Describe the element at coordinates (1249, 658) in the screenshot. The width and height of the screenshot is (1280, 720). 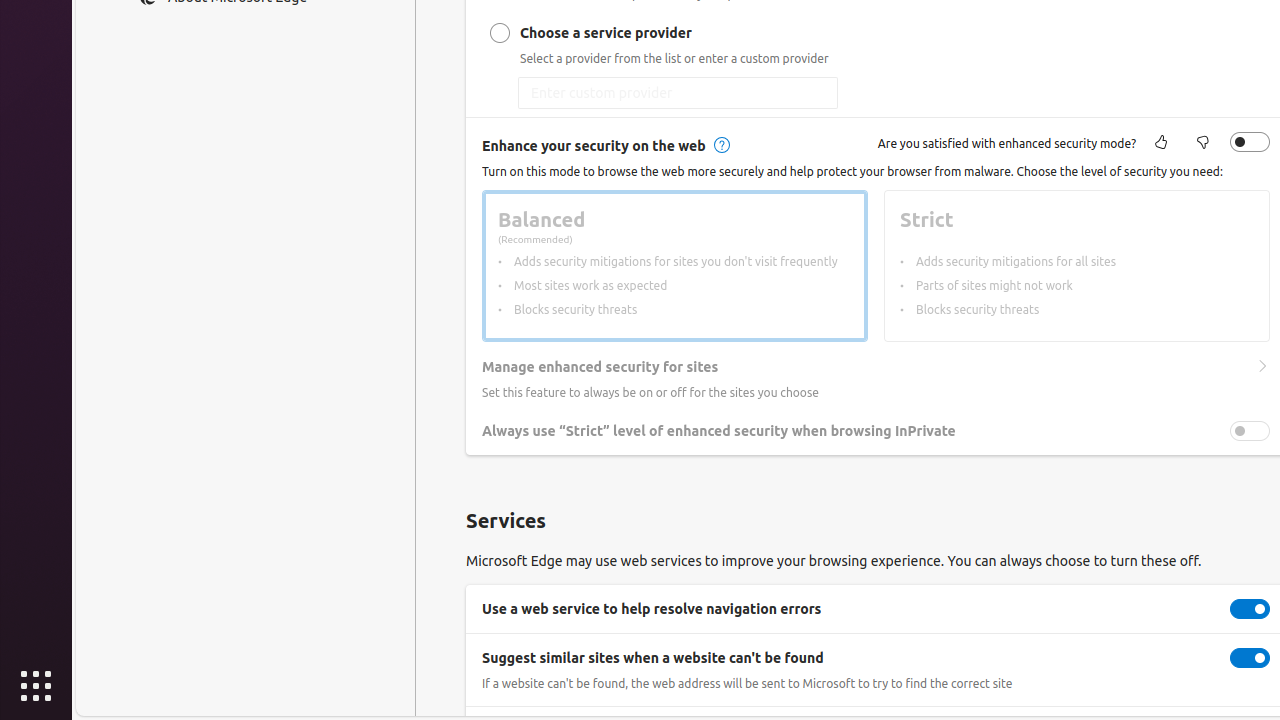
I see `'Suggest similar sites when a website can'` at that location.